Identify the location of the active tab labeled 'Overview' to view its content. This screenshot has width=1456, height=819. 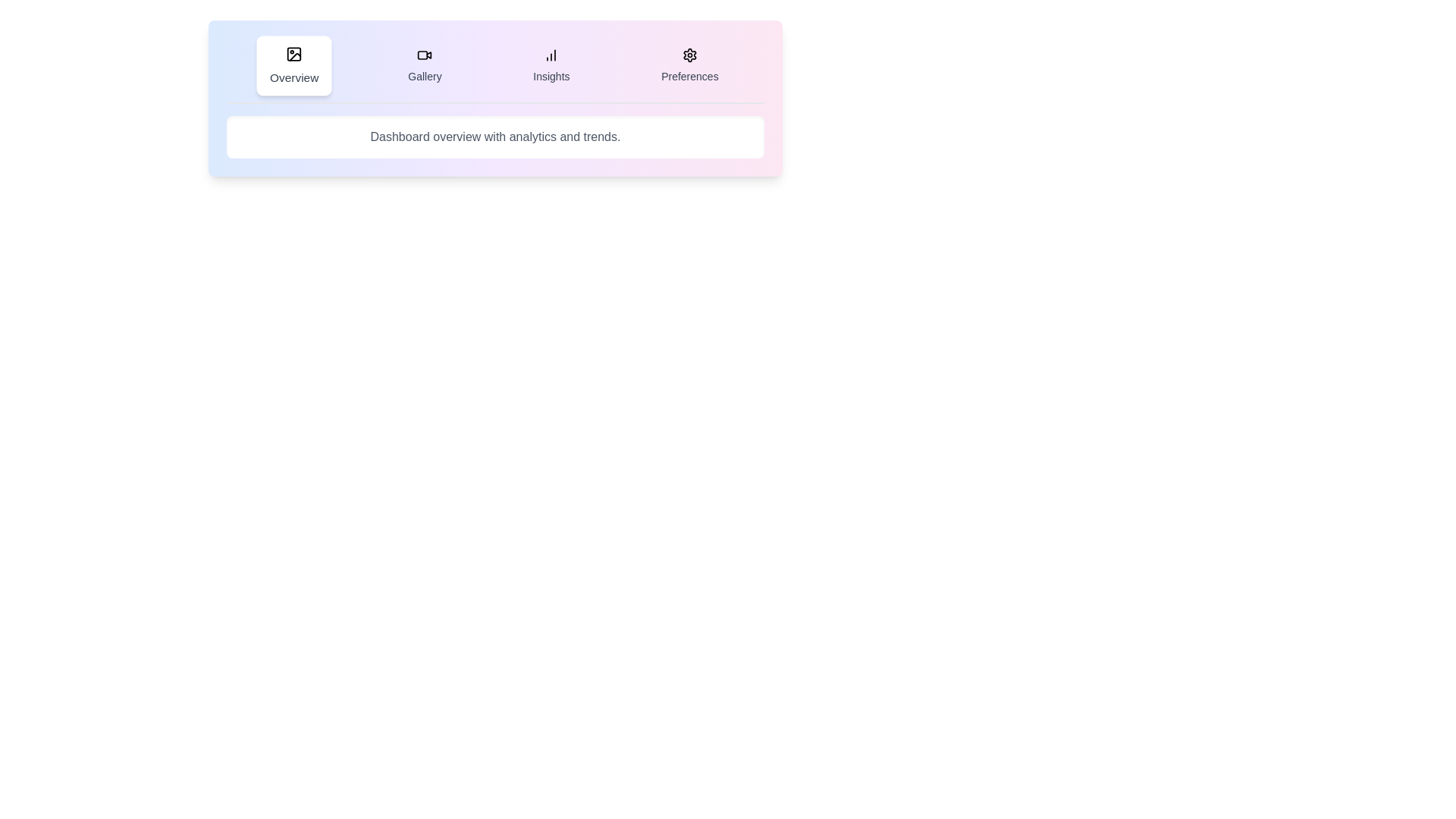
(294, 65).